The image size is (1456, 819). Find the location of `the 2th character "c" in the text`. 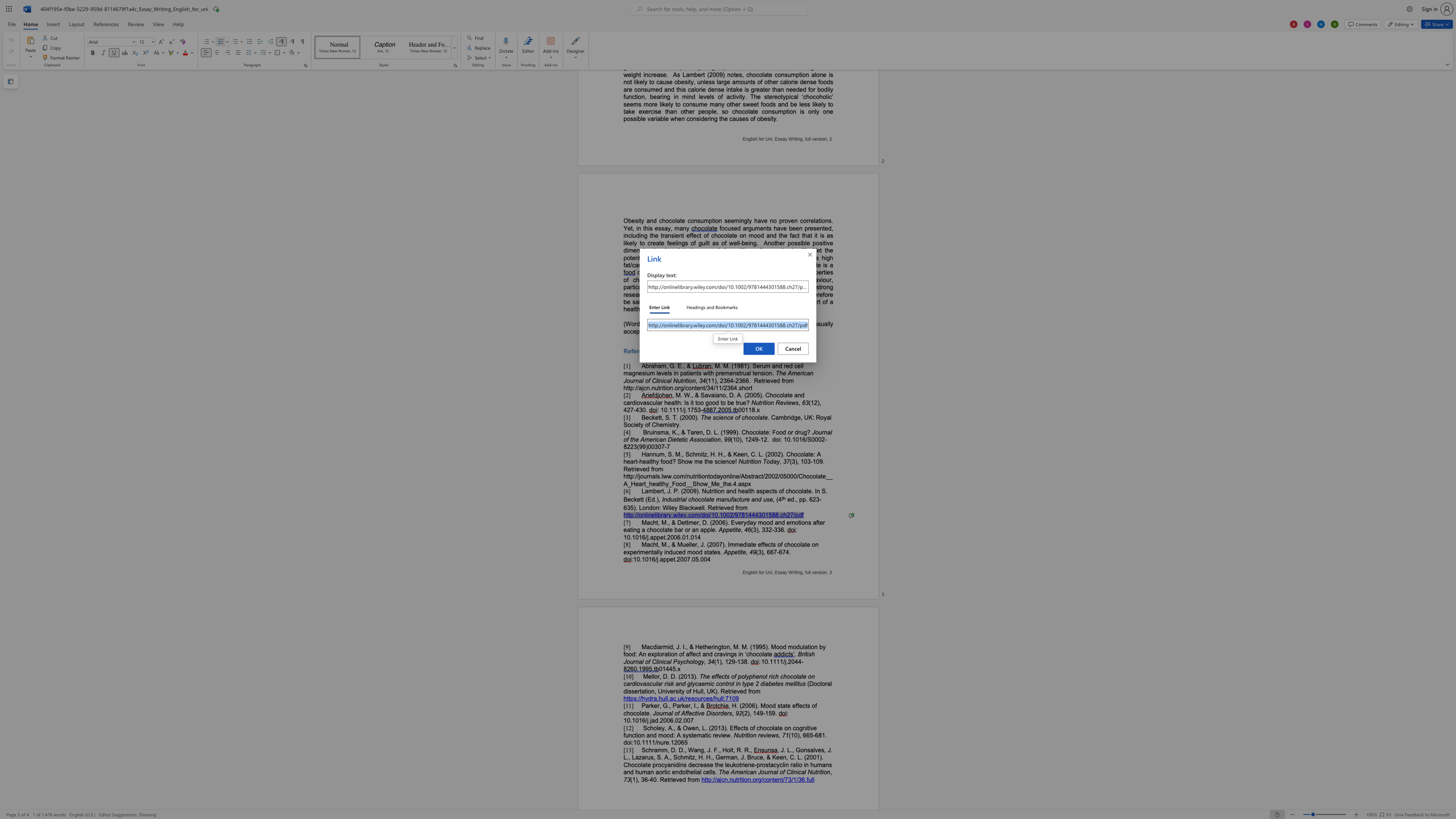

the 2th character "c" in the text is located at coordinates (704, 698).